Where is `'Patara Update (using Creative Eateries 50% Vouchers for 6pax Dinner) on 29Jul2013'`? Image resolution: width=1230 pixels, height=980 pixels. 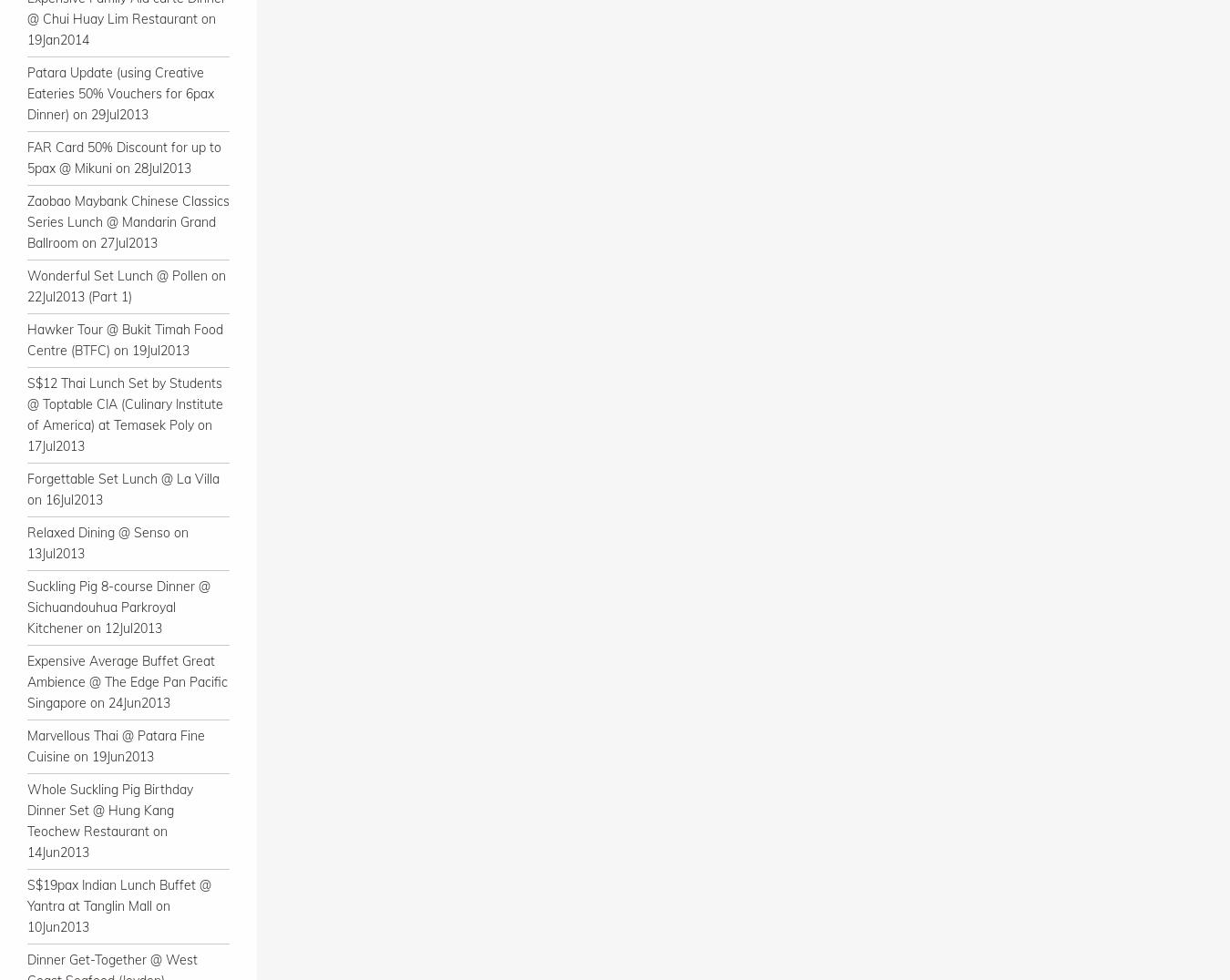 'Patara Update (using Creative Eateries 50% Vouchers for 6pax Dinner) on 29Jul2013' is located at coordinates (120, 92).